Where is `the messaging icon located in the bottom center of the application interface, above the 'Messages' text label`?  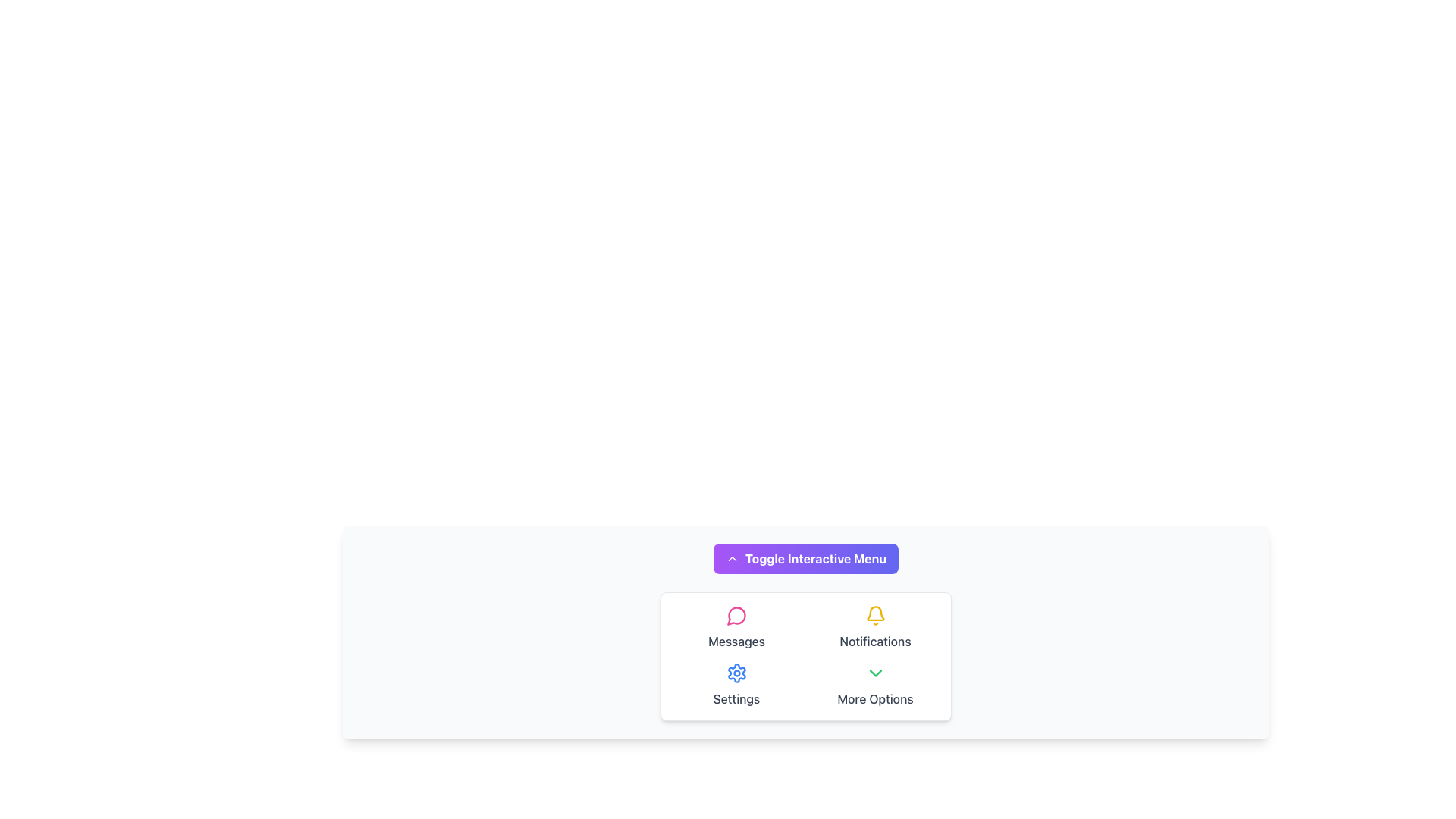
the messaging icon located in the bottom center of the application interface, above the 'Messages' text label is located at coordinates (736, 616).